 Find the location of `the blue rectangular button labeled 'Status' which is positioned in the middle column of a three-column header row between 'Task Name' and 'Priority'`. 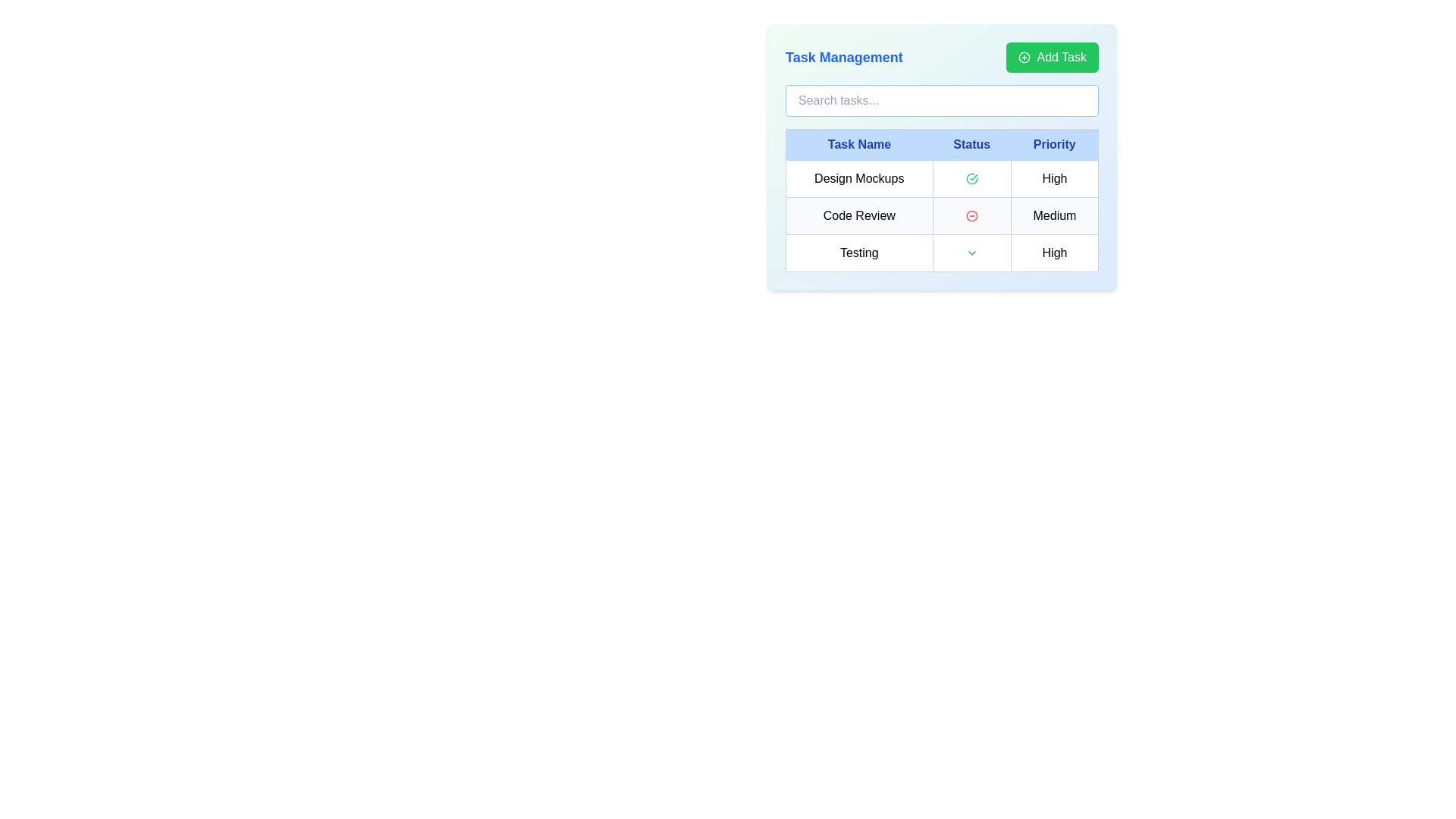

the blue rectangular button labeled 'Status' which is positioned in the middle column of a three-column header row between 'Task Name' and 'Priority' is located at coordinates (971, 145).